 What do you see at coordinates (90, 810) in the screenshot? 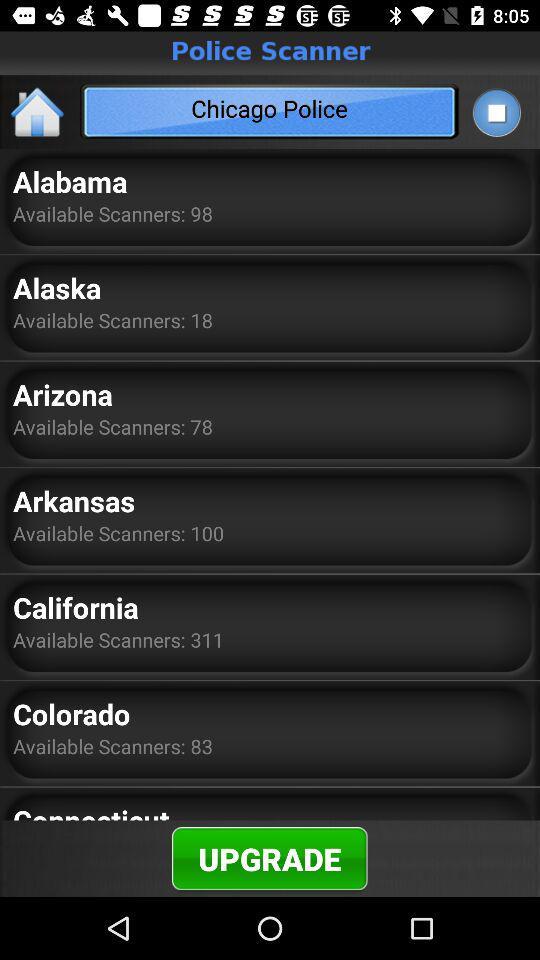
I see `the item below the available scanners: 83 icon` at bounding box center [90, 810].